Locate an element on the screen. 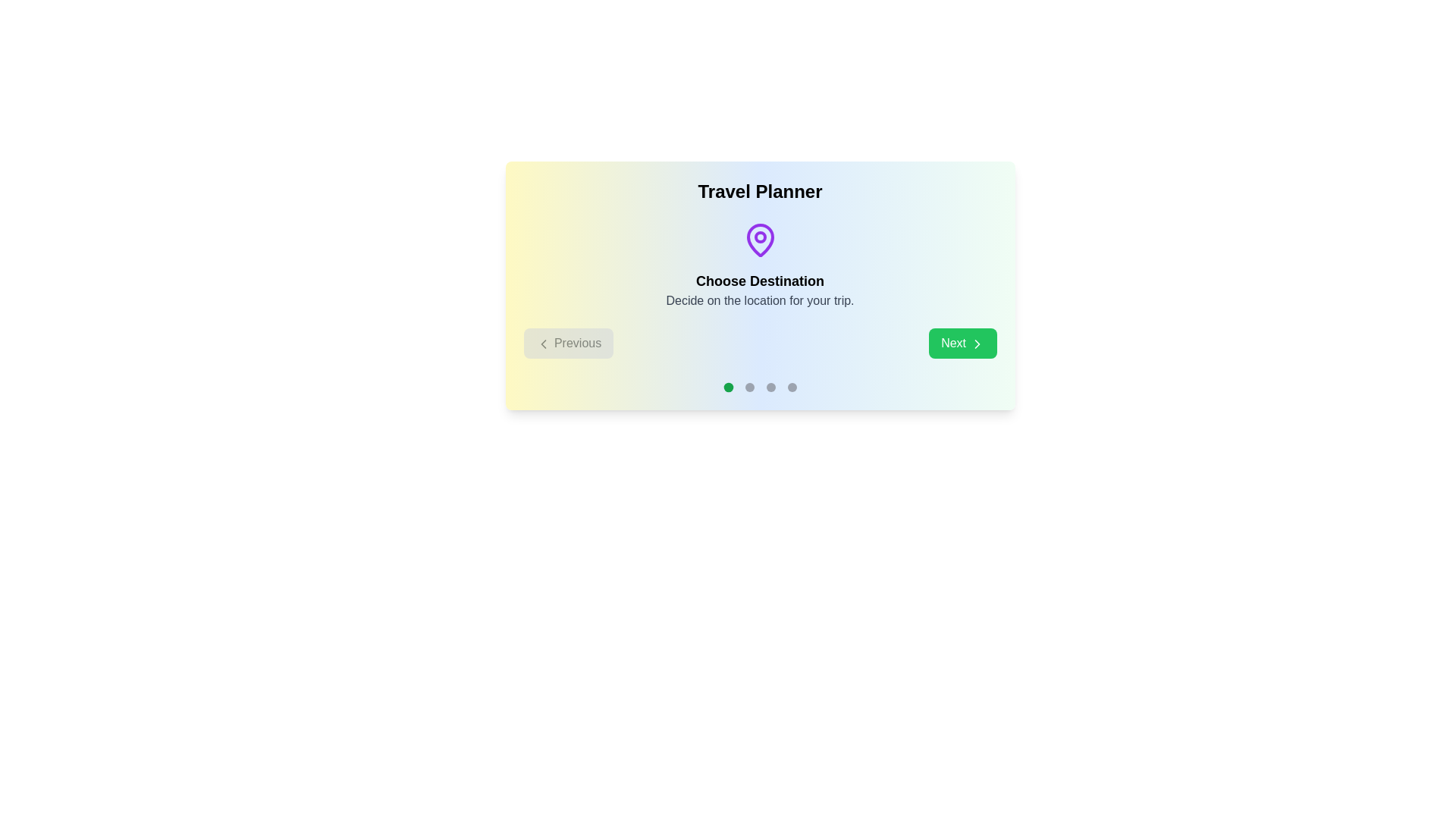 This screenshot has width=1456, height=819. the text label providing instructions related to the 'Choose Destination' step, which is located below the title 'Choose Destination' is located at coordinates (760, 301).